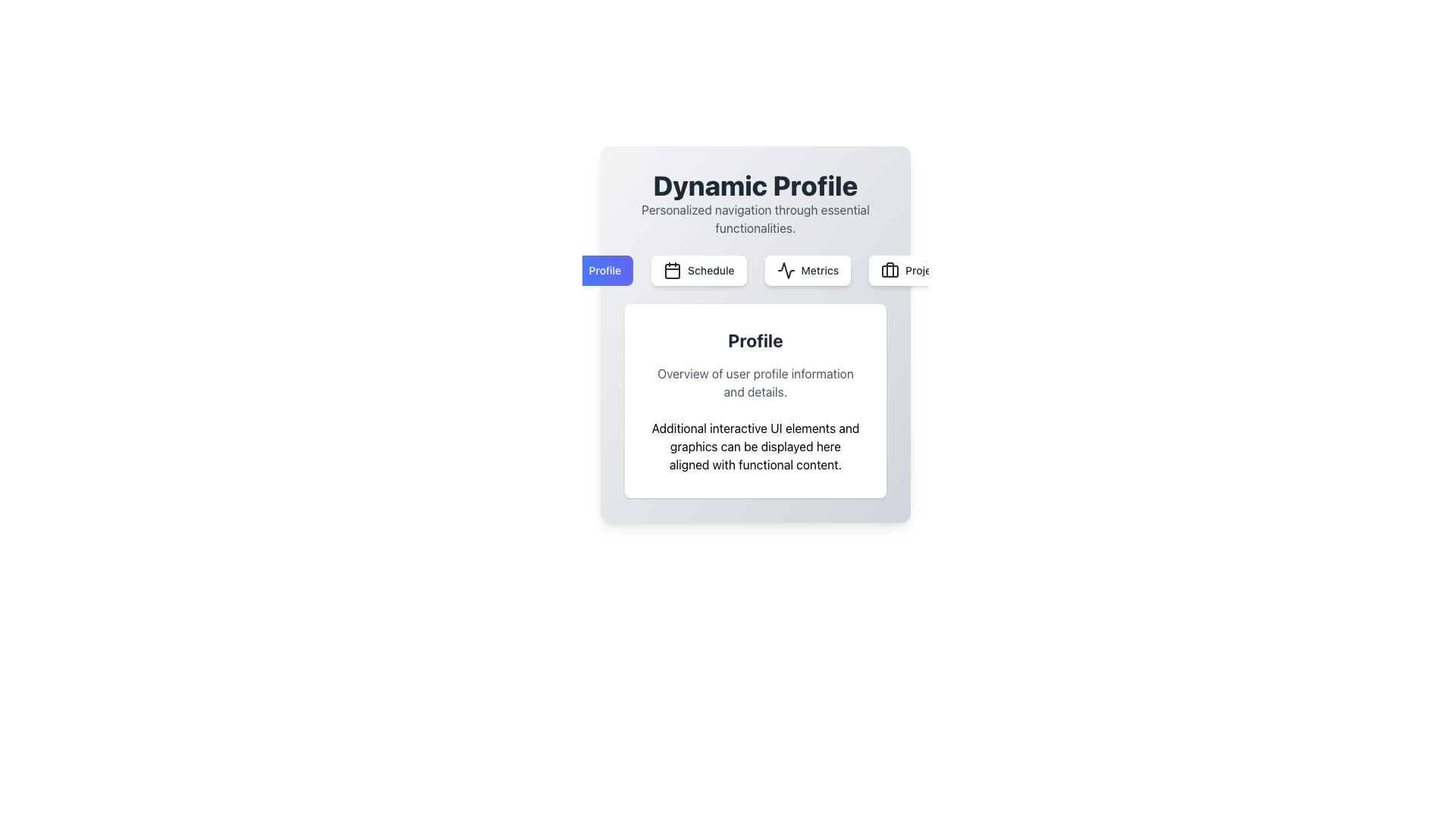 The width and height of the screenshot is (1456, 819). I want to click on the text label that provides context for the 'Schedule' button, located at the center of the UI, so click(710, 270).